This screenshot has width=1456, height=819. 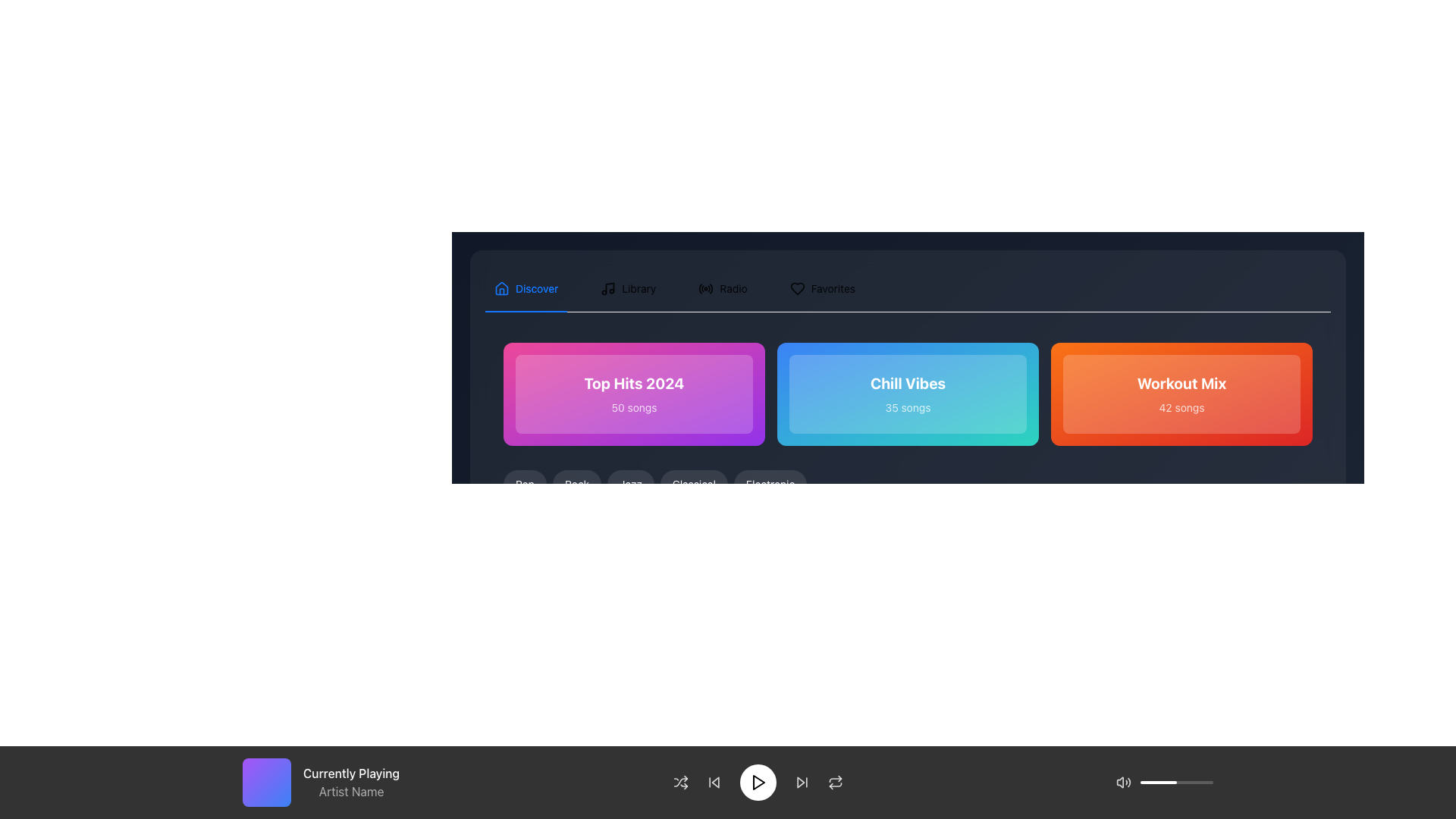 I want to click on the 'Favorites' label in the navigation bar, which is styled in a clean, sans-serif font and is positioned to the right of a heart icon, so click(x=832, y=289).